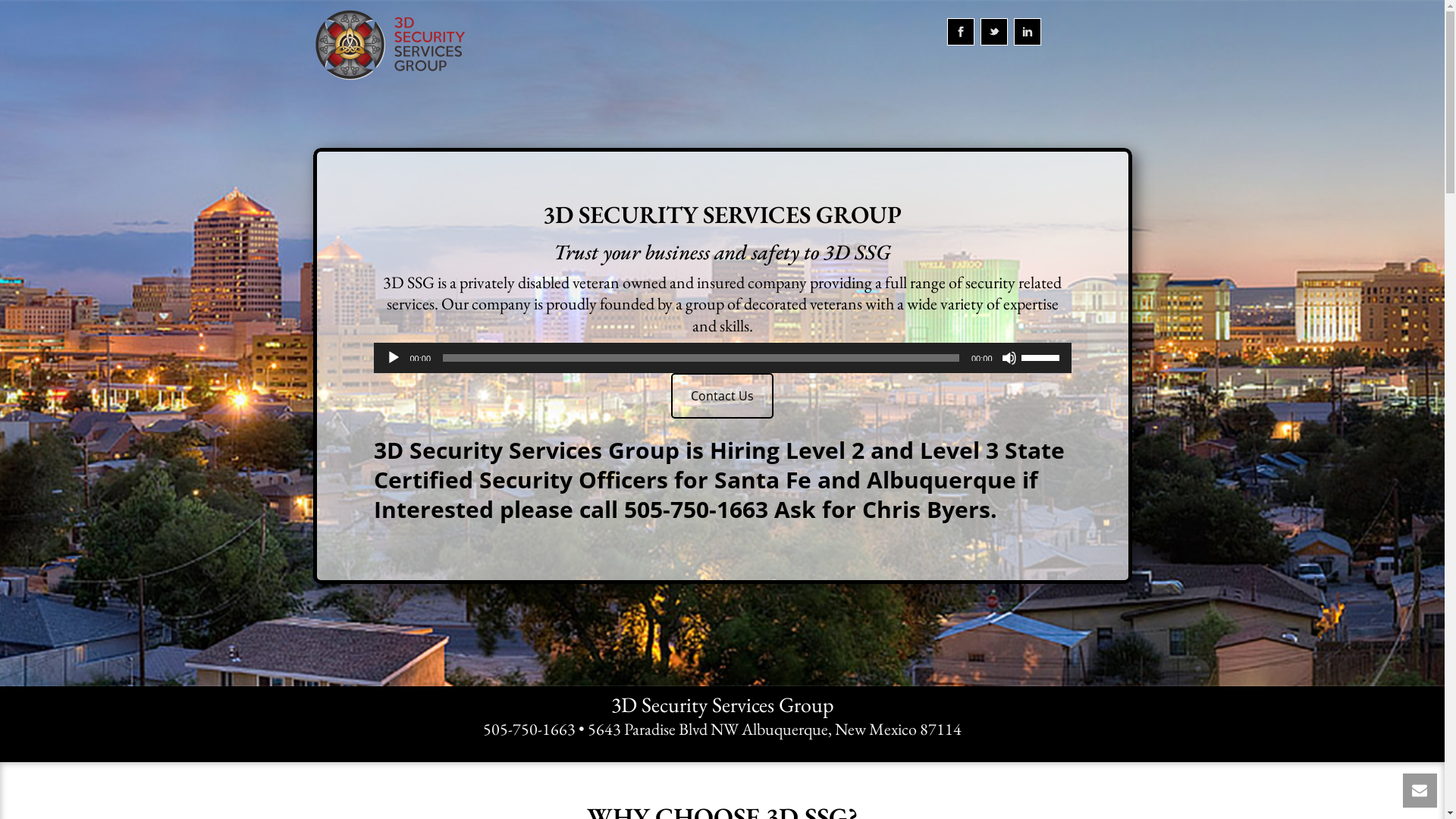 The width and height of the screenshot is (1456, 819). What do you see at coordinates (393, 357) in the screenshot?
I see `'Play'` at bounding box center [393, 357].